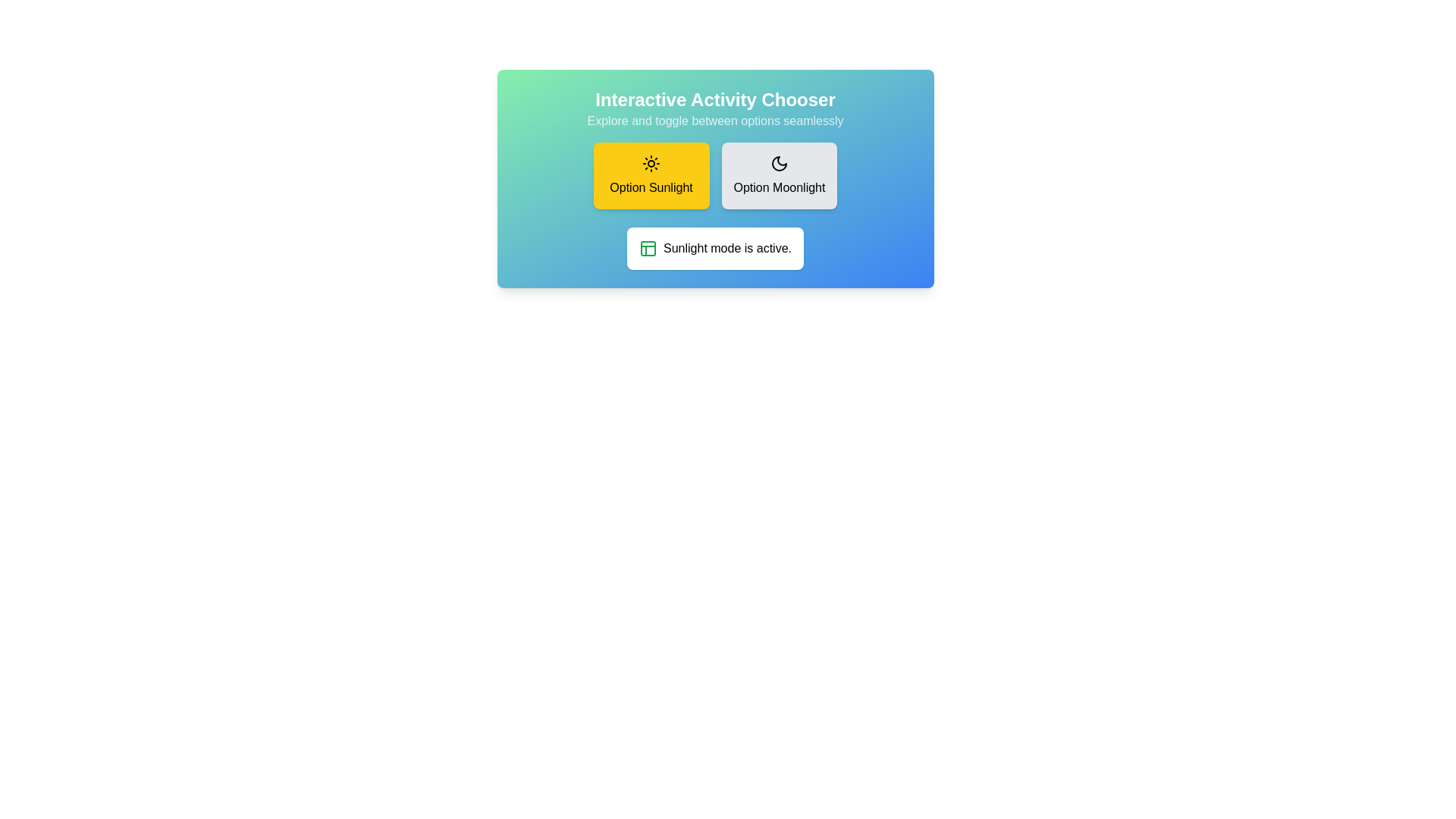 The width and height of the screenshot is (1456, 819). I want to click on the button labeled 'Option Moonlight', which includes a crescent moon icon and is styled with a light gray background and rounded corners, located on the right side of the panel, so click(779, 187).